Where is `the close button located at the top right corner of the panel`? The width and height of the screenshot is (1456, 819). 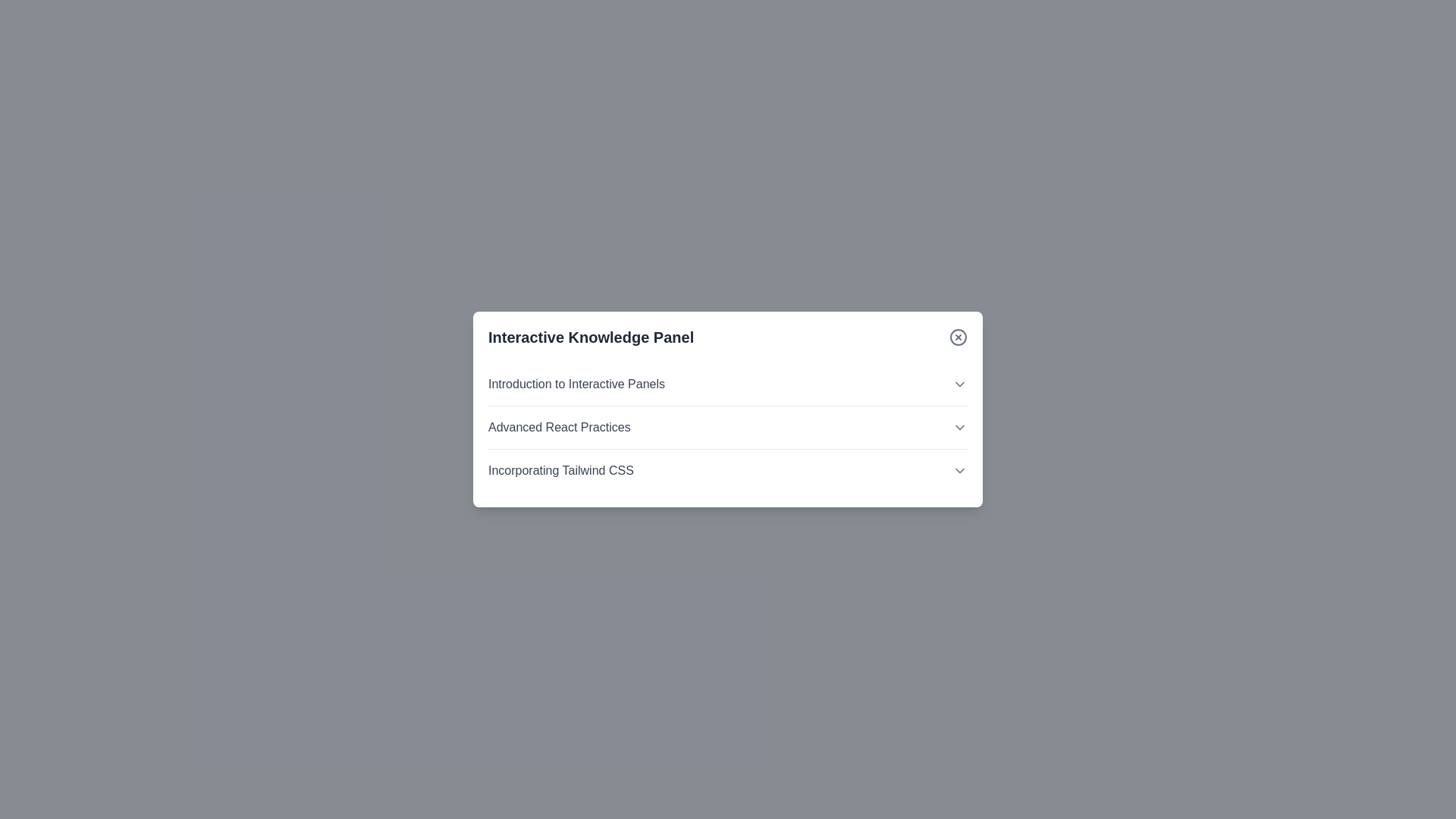
the close button located at the top right corner of the panel is located at coordinates (957, 336).